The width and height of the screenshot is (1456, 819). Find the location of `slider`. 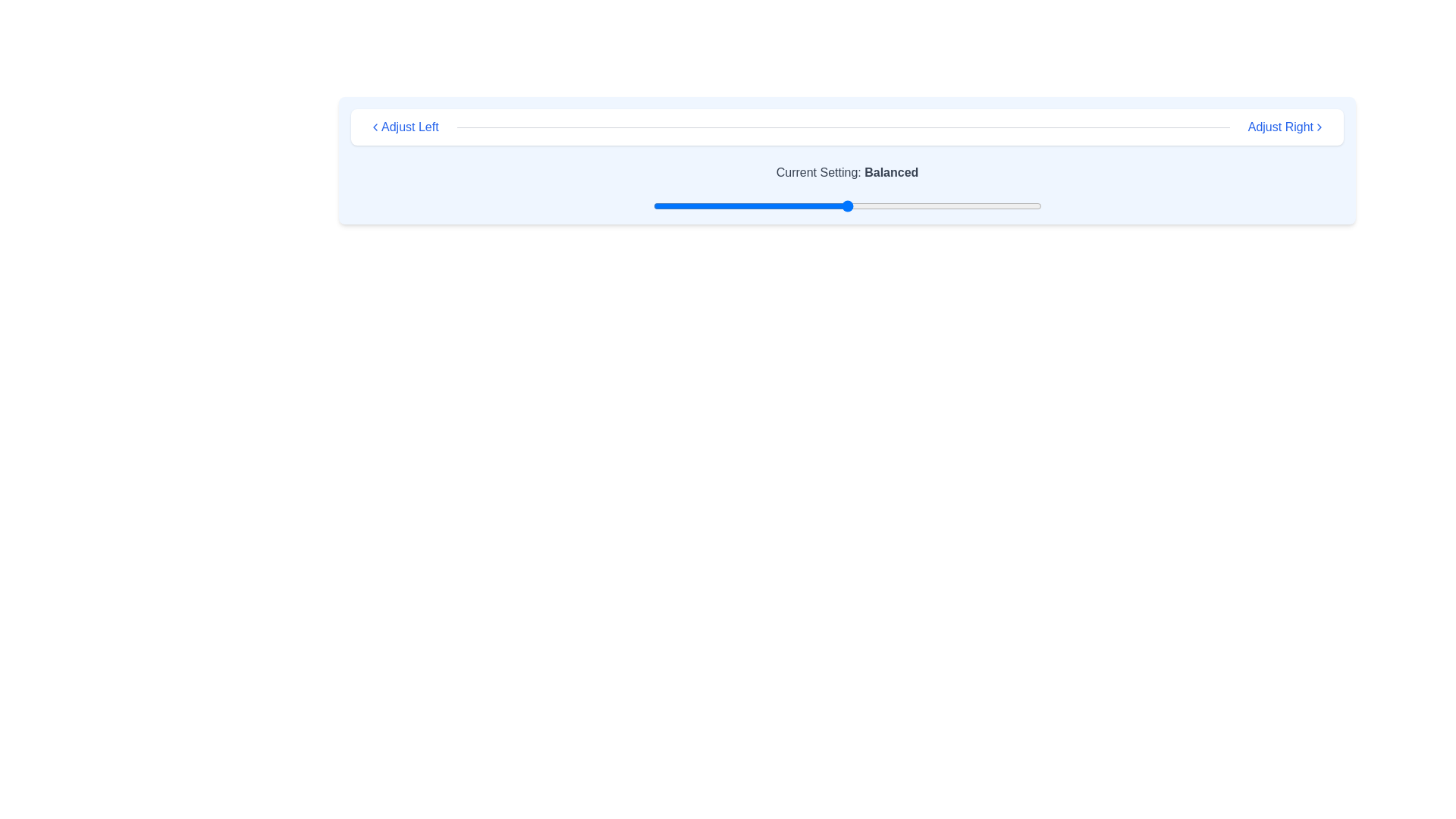

slider is located at coordinates (975, 206).